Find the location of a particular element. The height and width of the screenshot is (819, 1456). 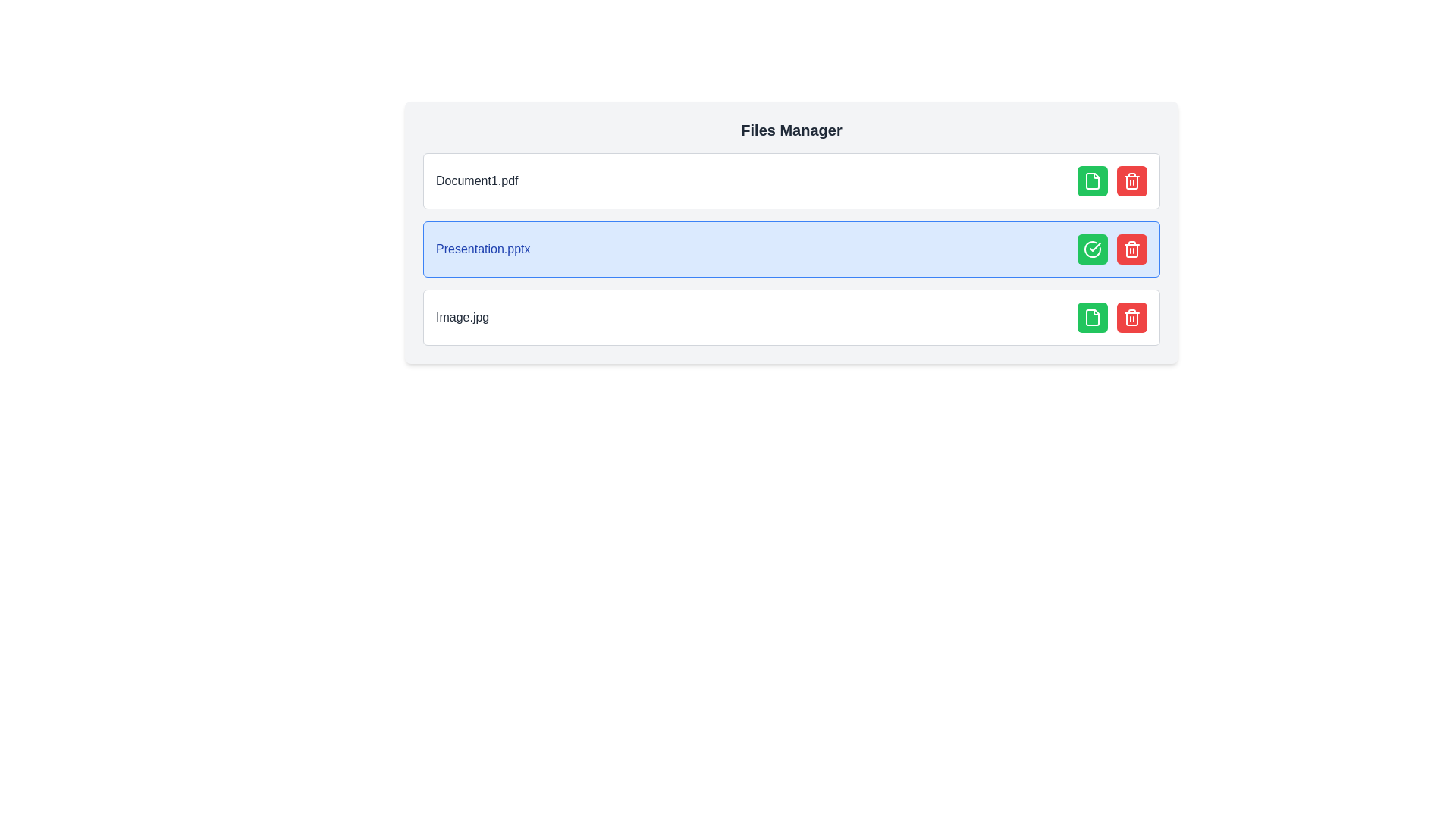

the red square-shaped button with a trash can icon, which is the second button in a horizontal button group is located at coordinates (1131, 317).